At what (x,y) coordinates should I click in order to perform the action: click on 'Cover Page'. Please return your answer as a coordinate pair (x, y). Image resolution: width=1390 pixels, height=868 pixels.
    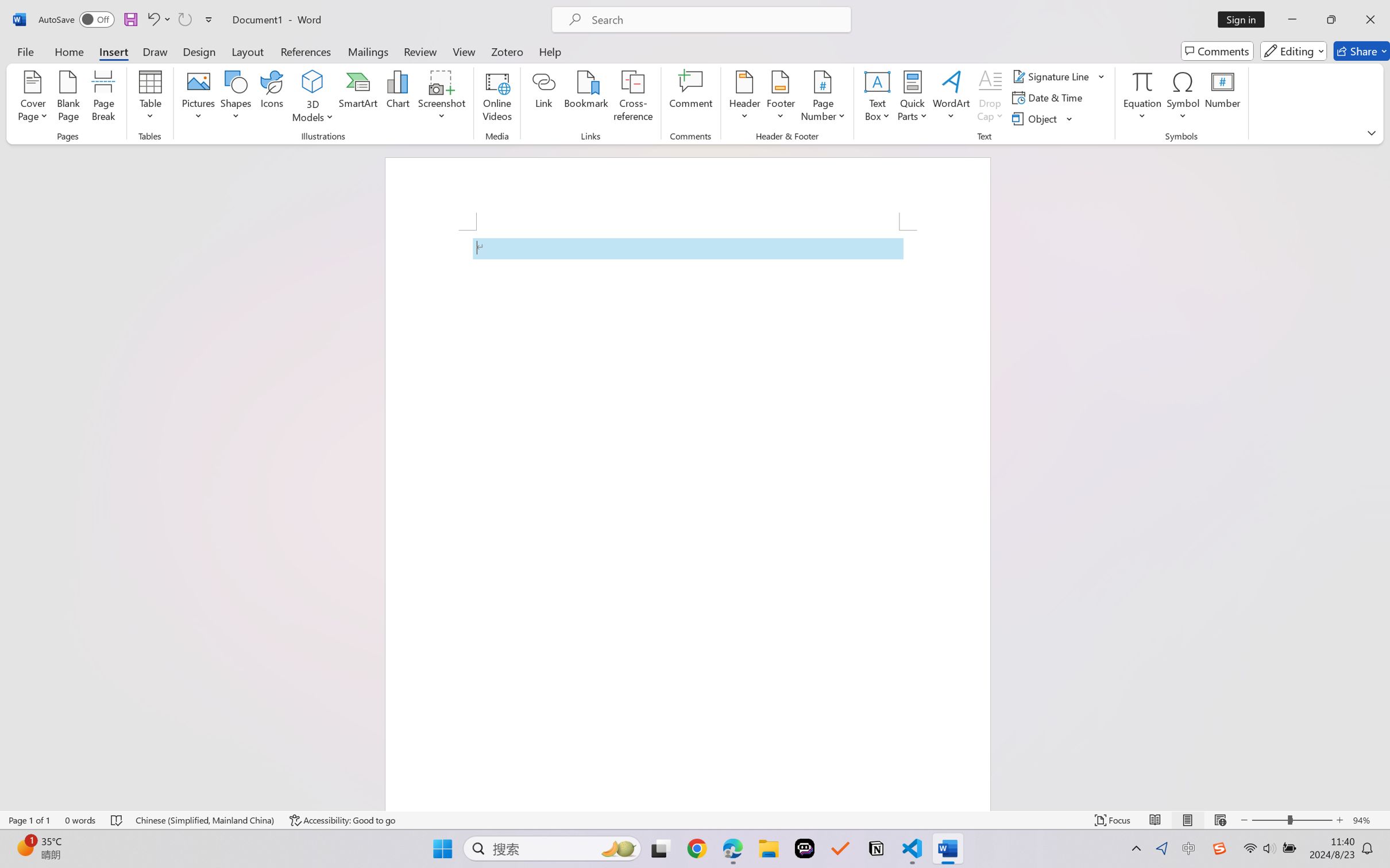
    Looking at the image, I should click on (33, 98).